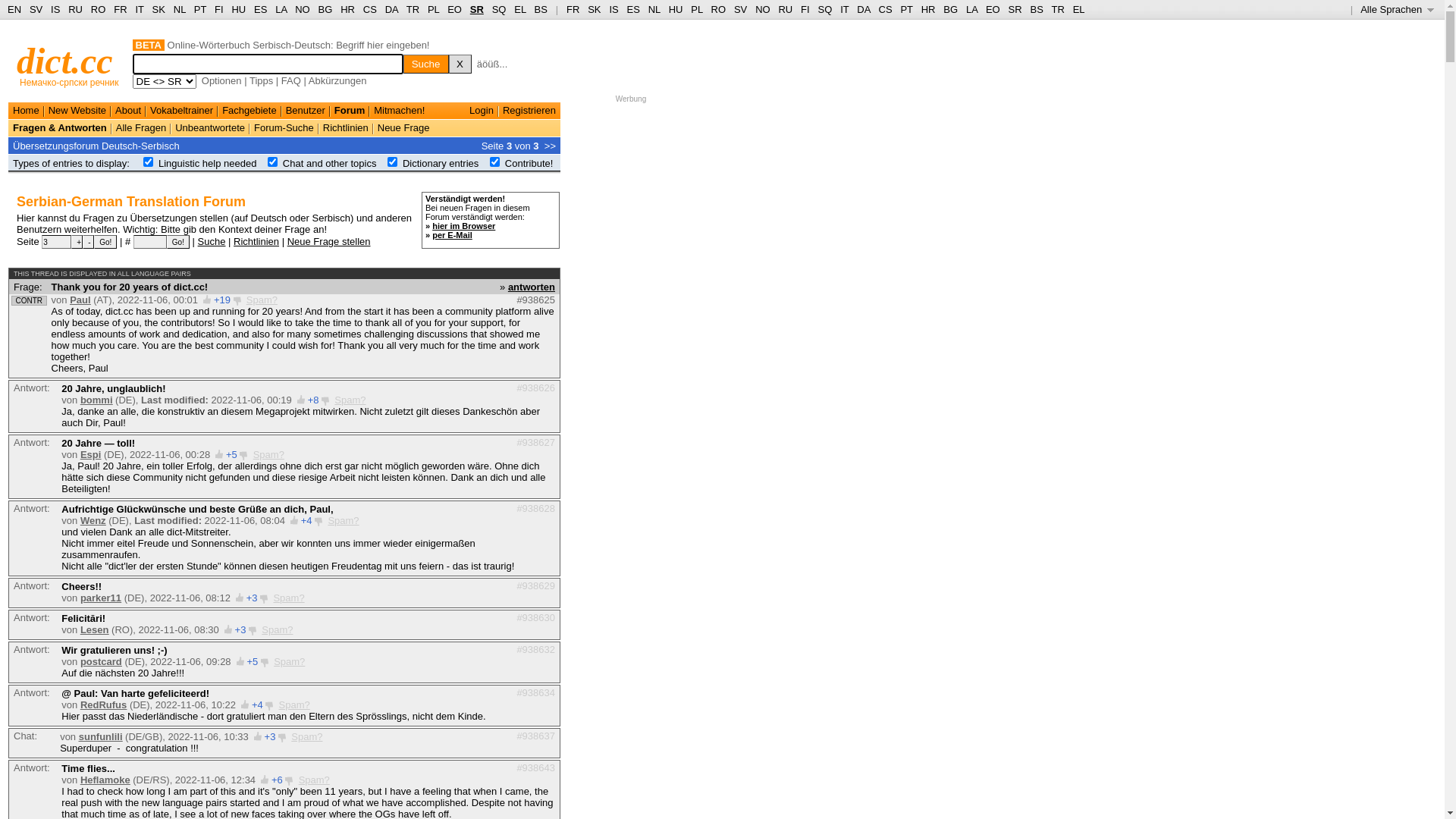  What do you see at coordinates (778, 9) in the screenshot?
I see `'RU'` at bounding box center [778, 9].